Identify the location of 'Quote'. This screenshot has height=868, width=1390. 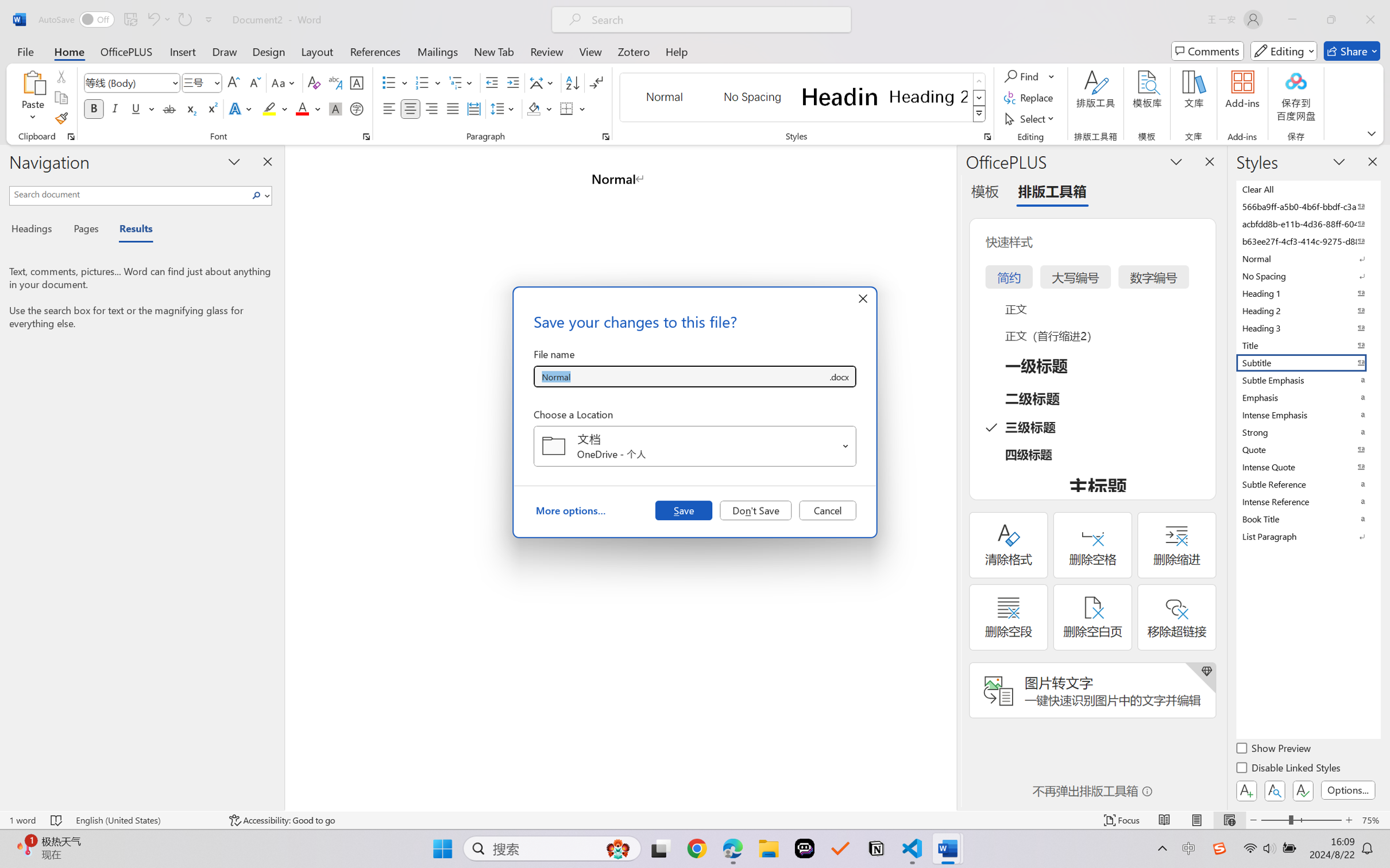
(1307, 449).